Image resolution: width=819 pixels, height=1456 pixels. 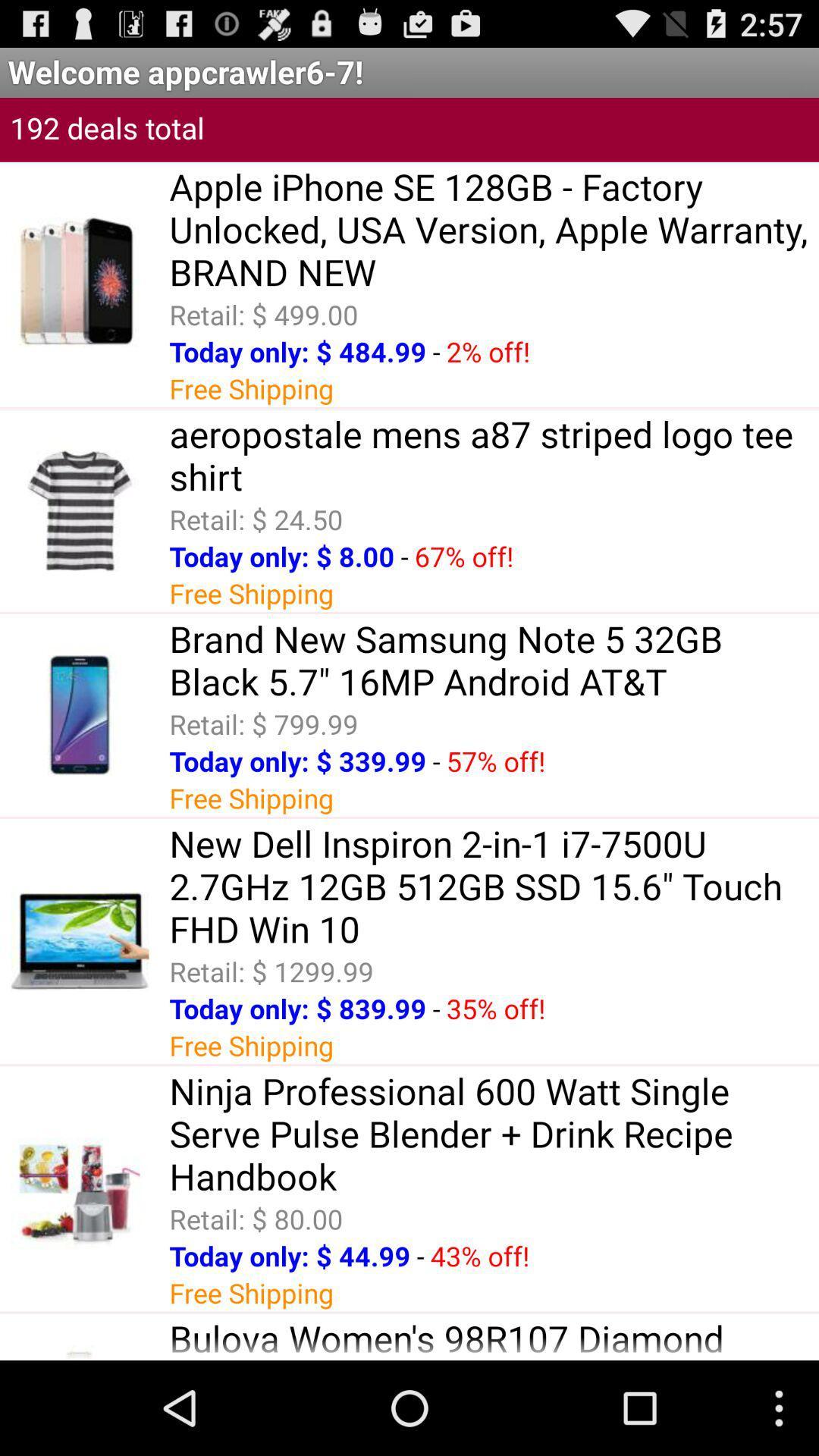 I want to click on the item above retail: $ 24.50, so click(x=494, y=454).